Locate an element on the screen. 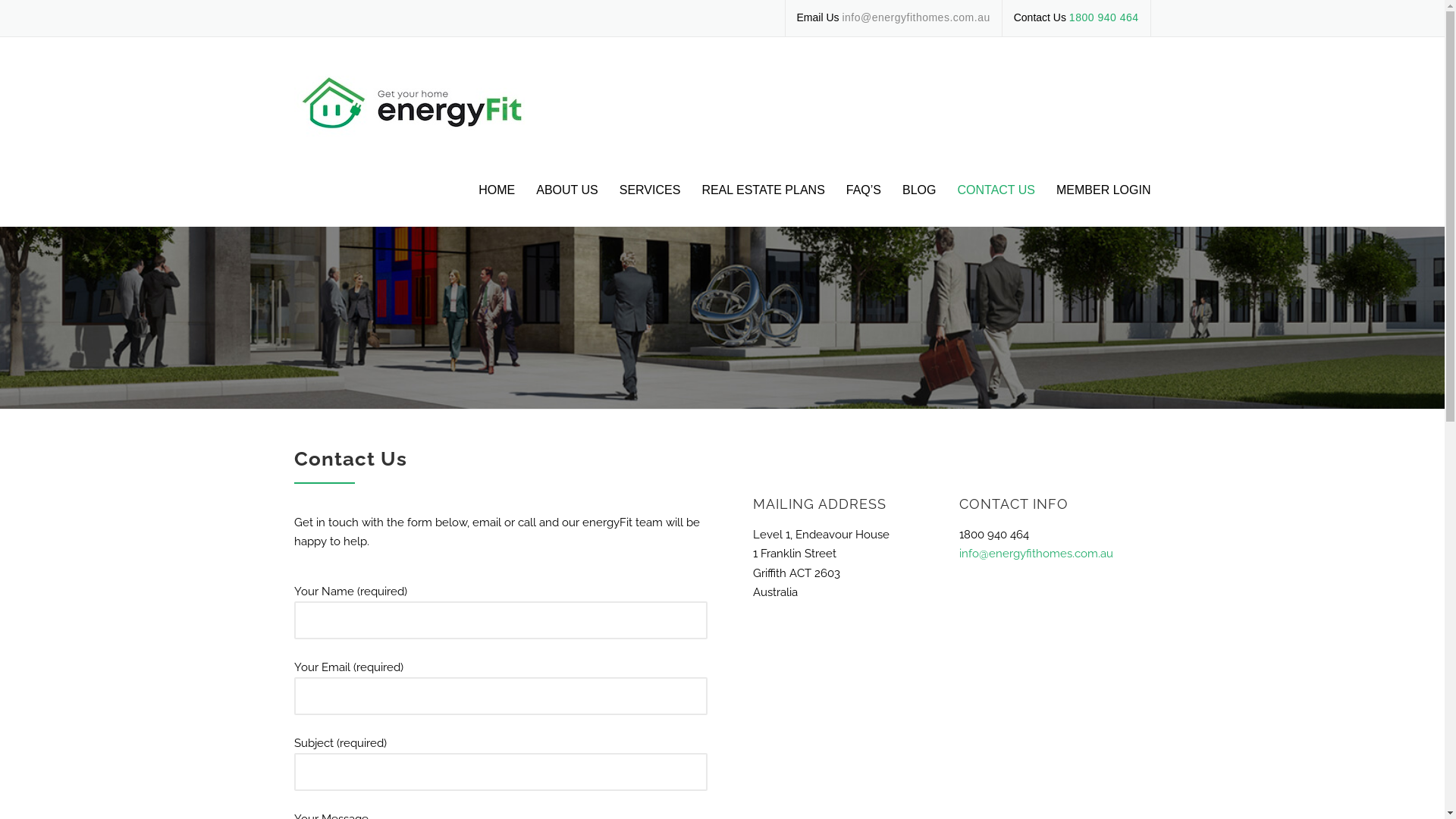 The width and height of the screenshot is (1456, 819). 'info@energyfithomes.com.au' is located at coordinates (1035, 553).